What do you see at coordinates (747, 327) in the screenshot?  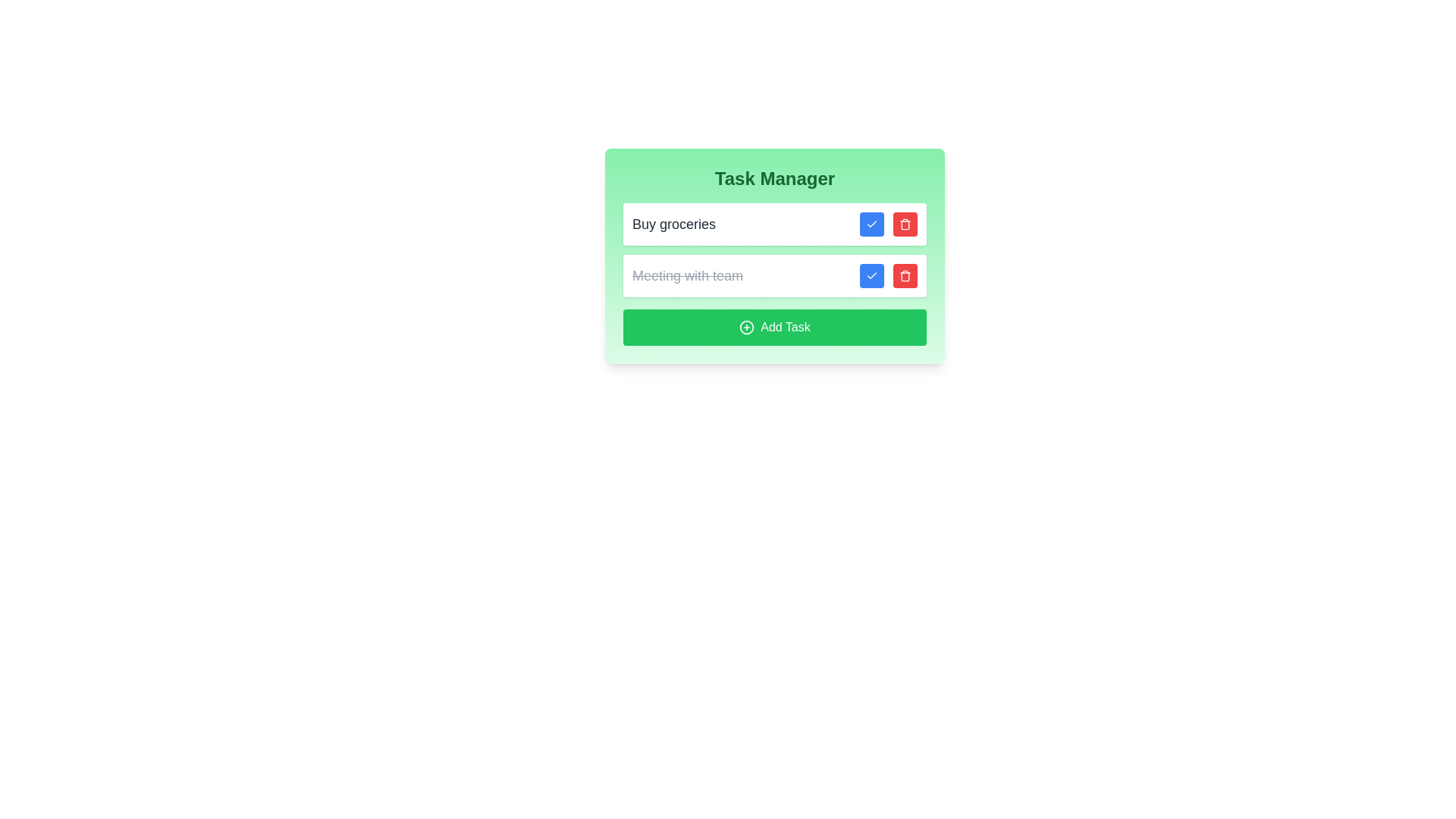 I see `the icon that visually represents the functionality to add a task, which is located to the left of the 'Add Task' button in the task management interface` at bounding box center [747, 327].